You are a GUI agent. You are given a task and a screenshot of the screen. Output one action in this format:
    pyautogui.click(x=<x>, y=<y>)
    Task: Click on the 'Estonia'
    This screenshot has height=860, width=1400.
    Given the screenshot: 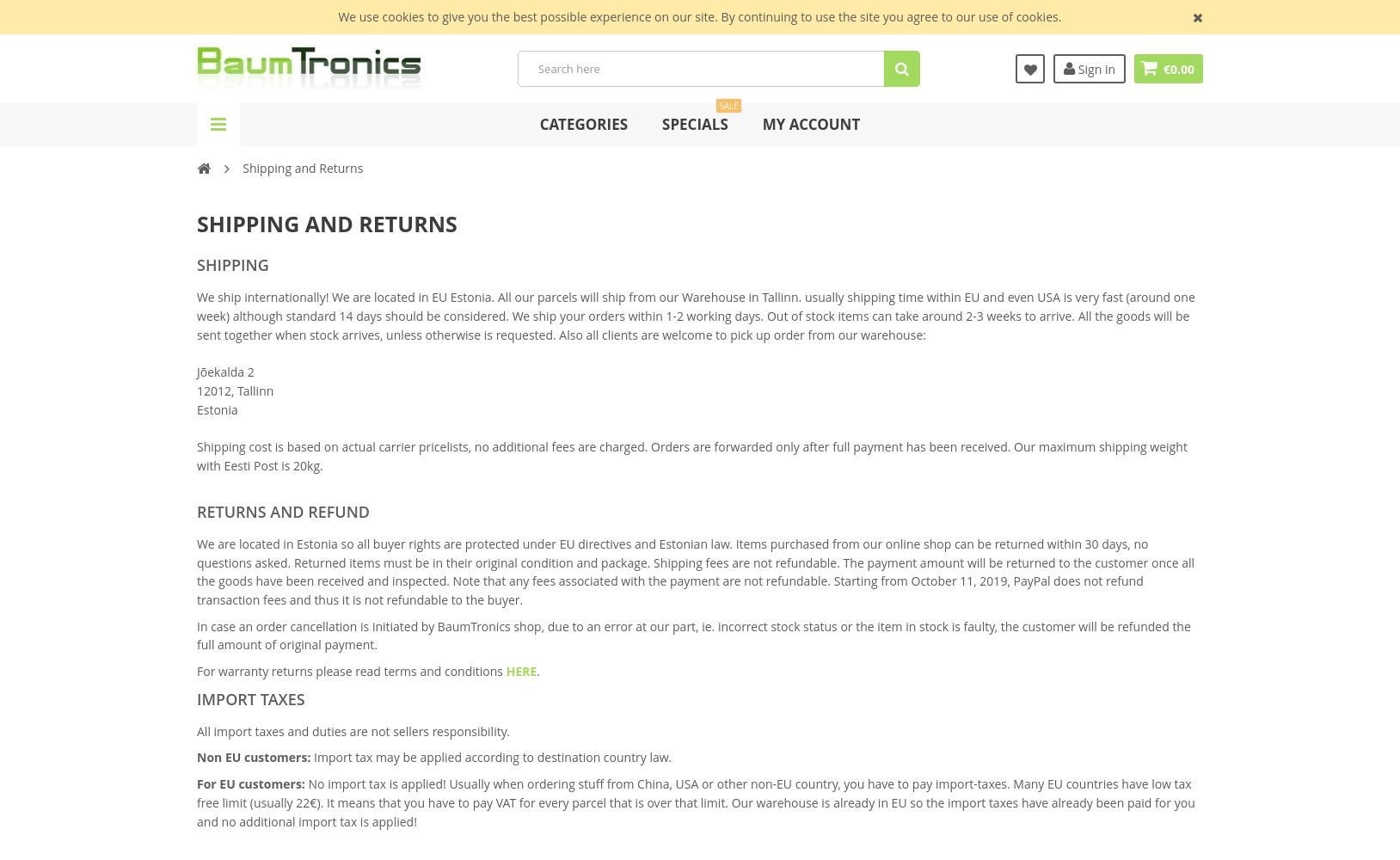 What is the action you would take?
    pyautogui.click(x=217, y=408)
    